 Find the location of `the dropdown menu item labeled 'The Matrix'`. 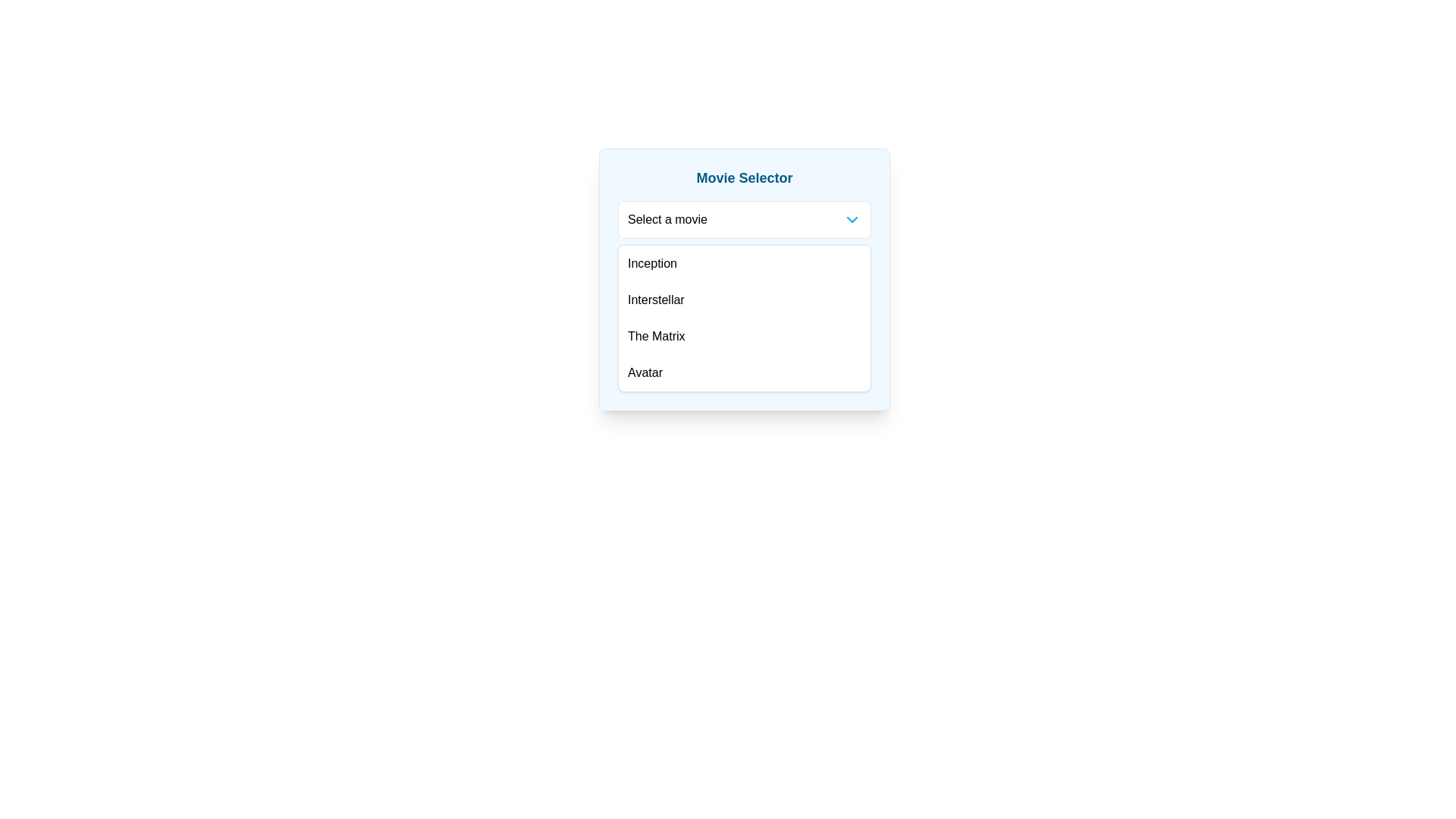

the dropdown menu item labeled 'The Matrix' is located at coordinates (656, 335).